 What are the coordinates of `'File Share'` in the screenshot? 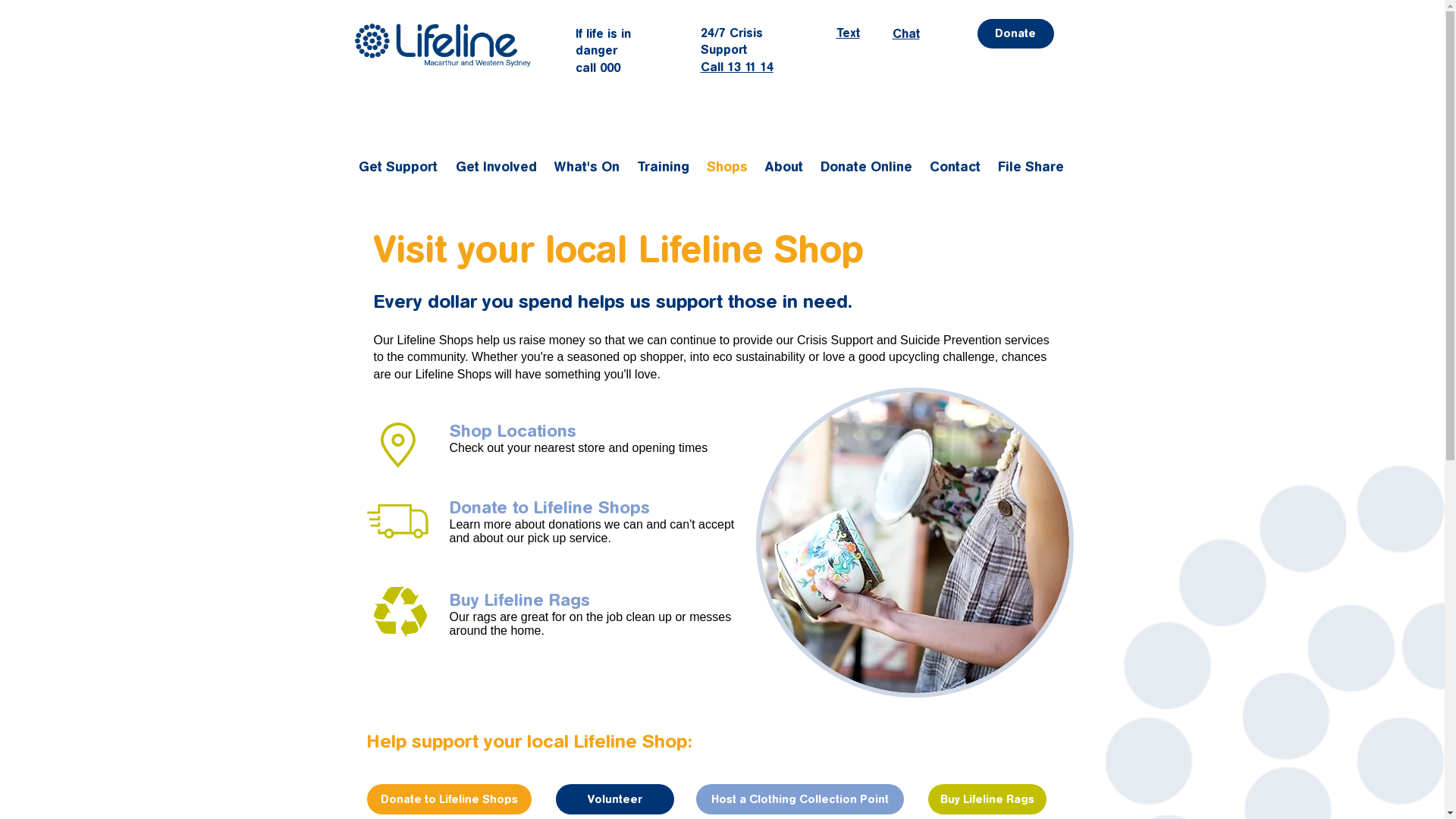 It's located at (1031, 166).